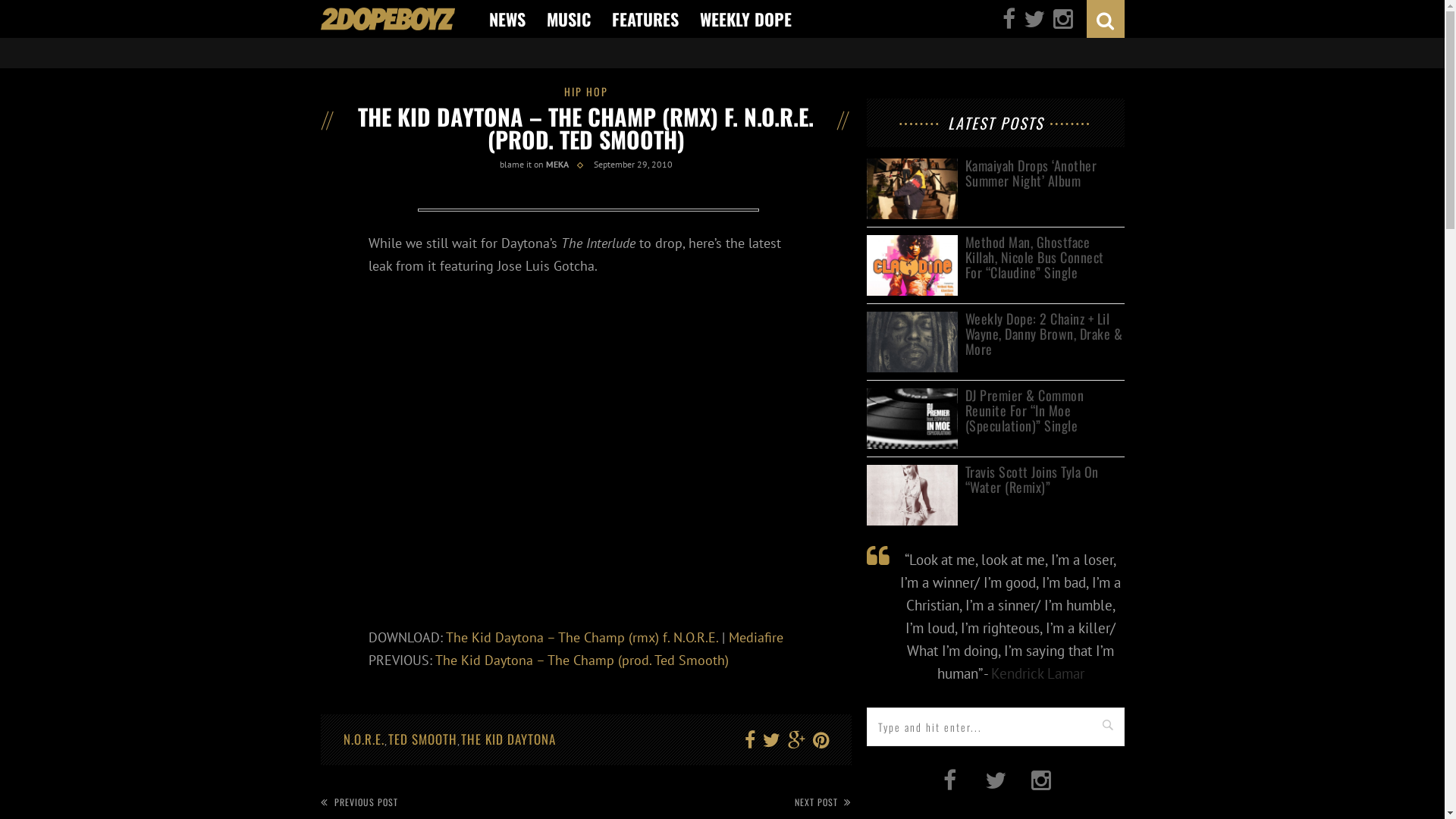 The height and width of the screenshot is (819, 1456). What do you see at coordinates (362, 738) in the screenshot?
I see `'N.O.R.E.'` at bounding box center [362, 738].